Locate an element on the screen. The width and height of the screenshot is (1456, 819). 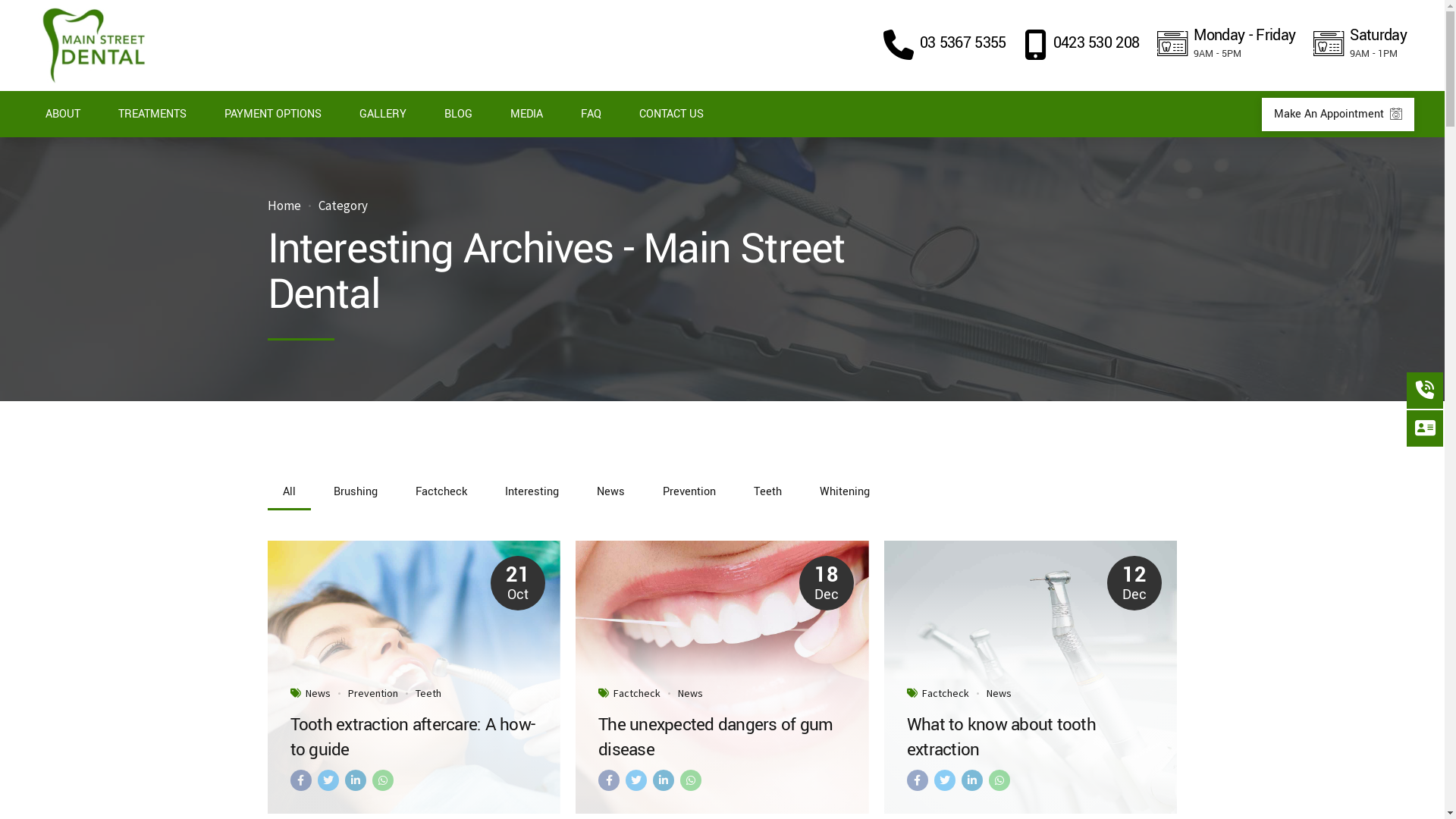
'MEDIA' is located at coordinates (526, 113).